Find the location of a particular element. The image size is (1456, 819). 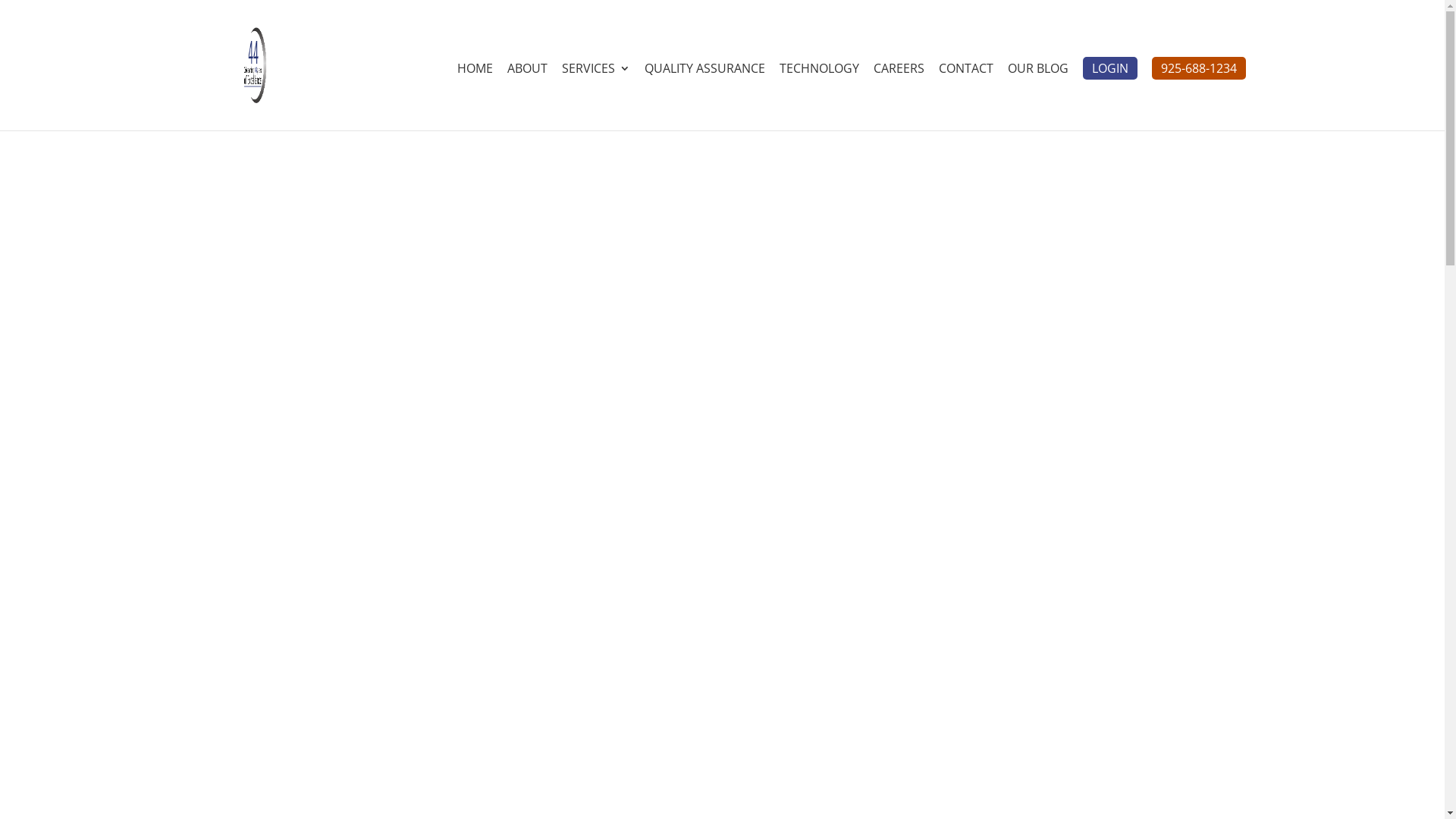

'TECHNOLOGY' is located at coordinates (818, 96).